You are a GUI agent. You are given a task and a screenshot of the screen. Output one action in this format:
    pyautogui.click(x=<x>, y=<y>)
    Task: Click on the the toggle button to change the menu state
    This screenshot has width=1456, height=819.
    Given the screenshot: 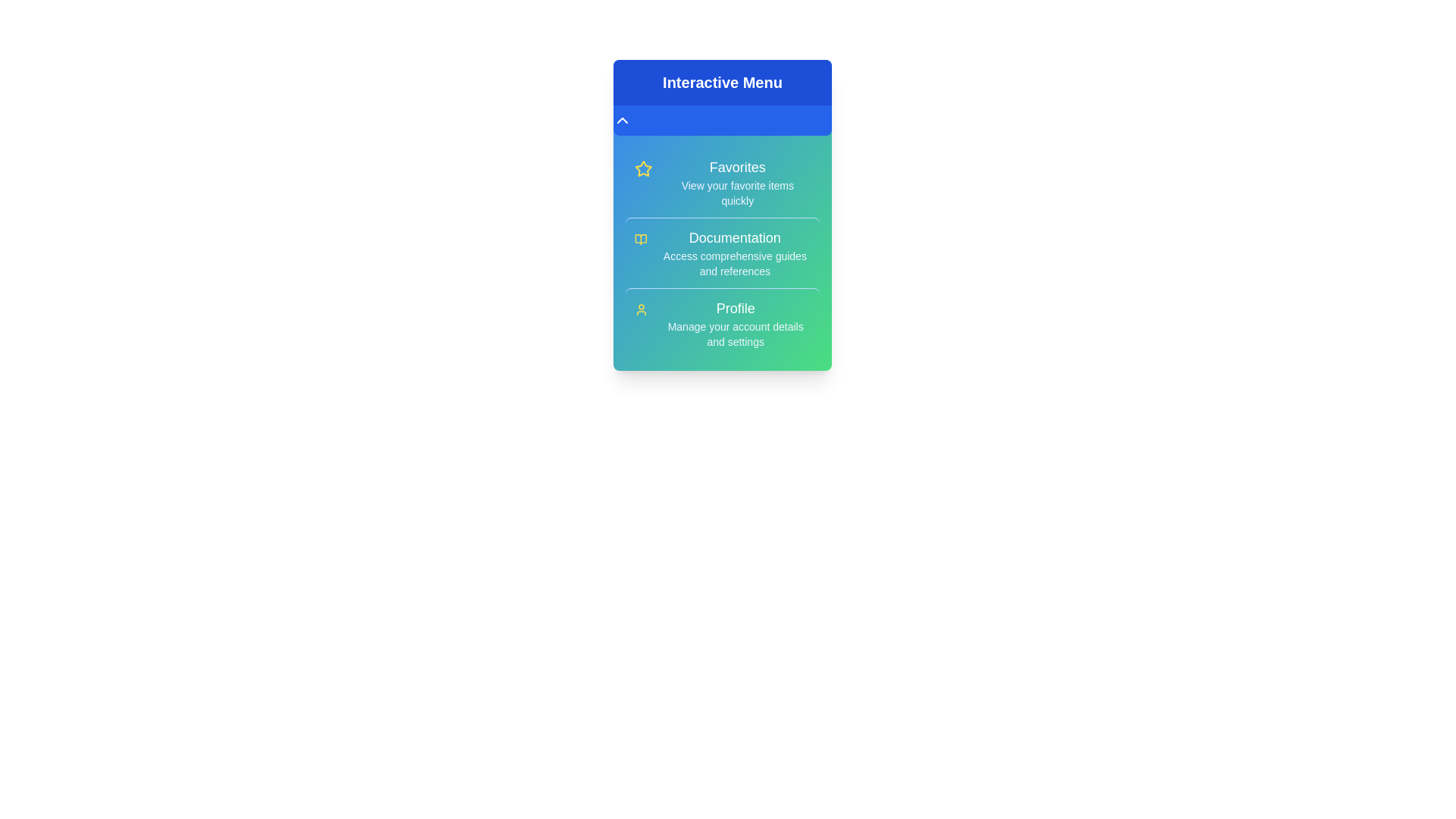 What is the action you would take?
    pyautogui.click(x=722, y=119)
    